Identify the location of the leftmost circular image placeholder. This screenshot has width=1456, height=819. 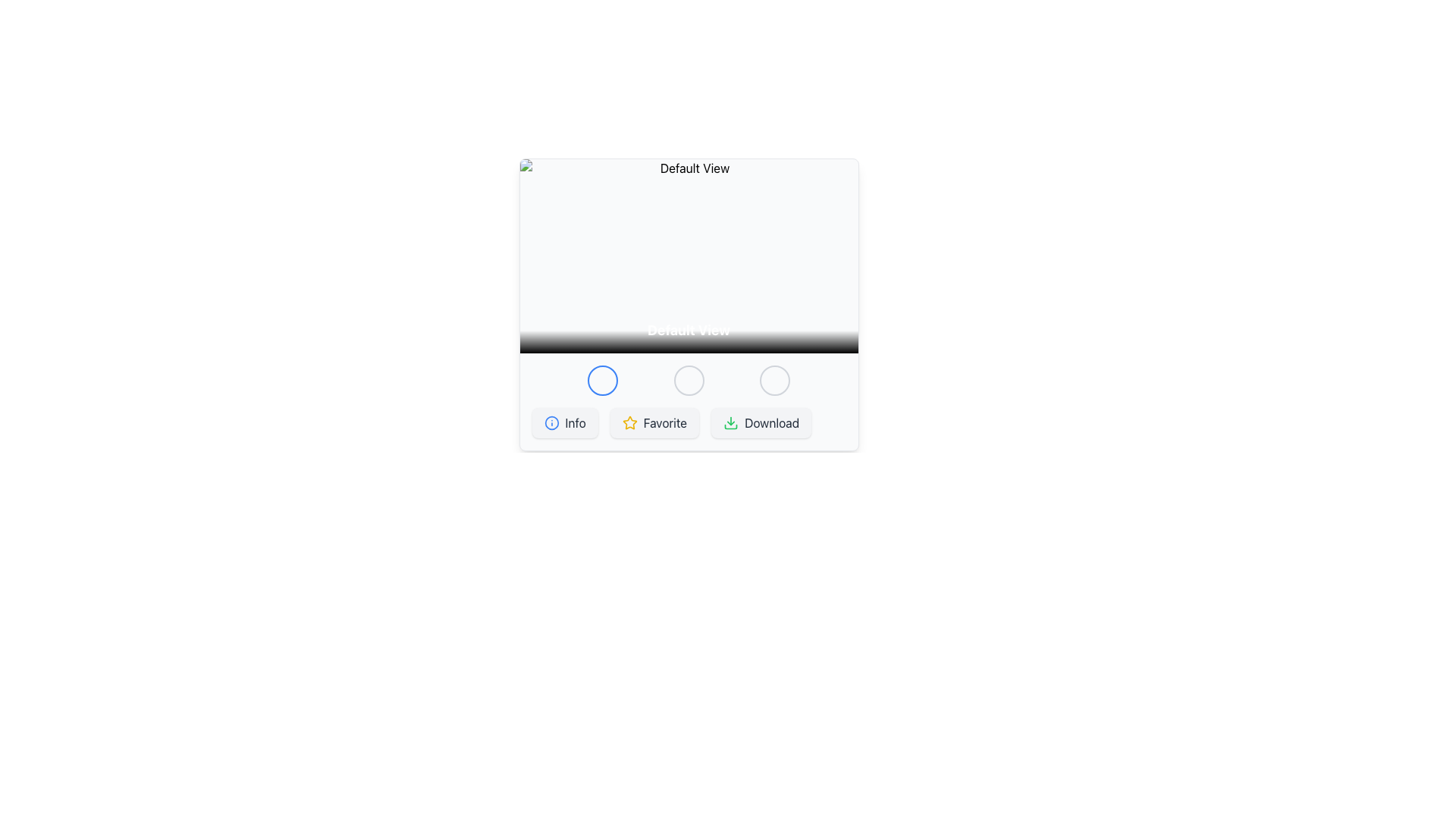
(602, 379).